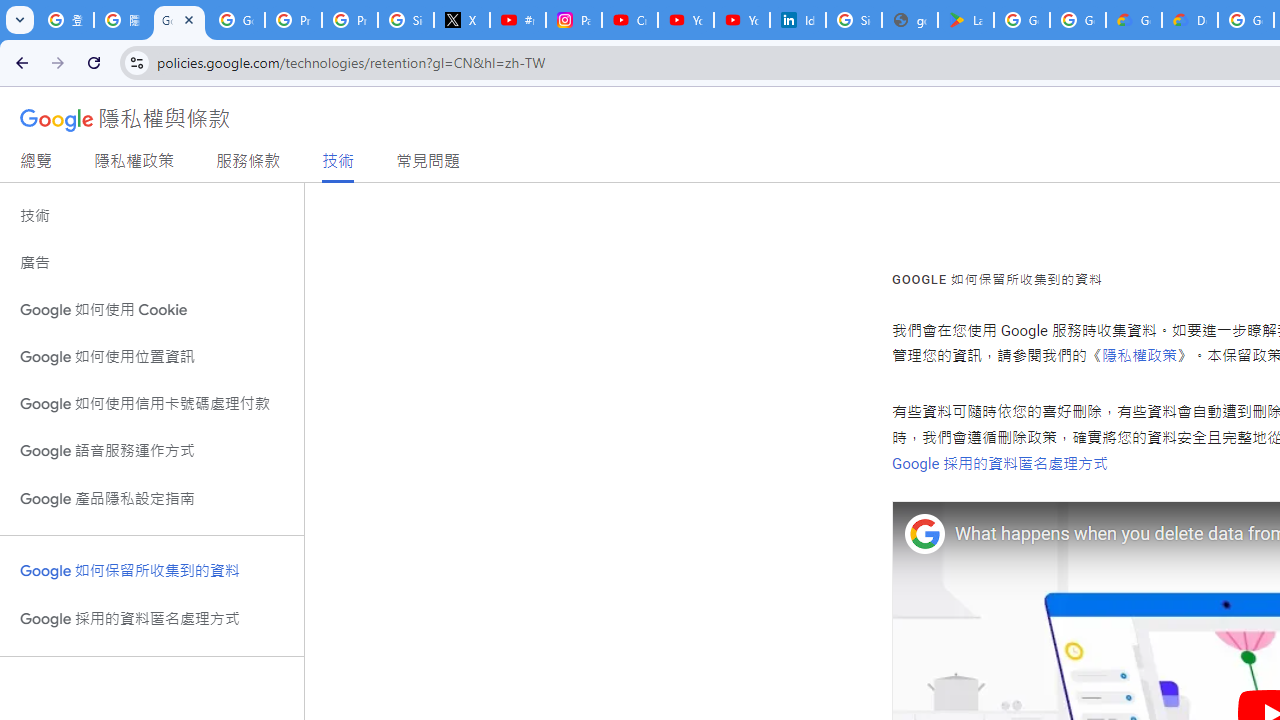 This screenshot has width=1280, height=720. I want to click on 'Government | Google Cloud', so click(1134, 20).